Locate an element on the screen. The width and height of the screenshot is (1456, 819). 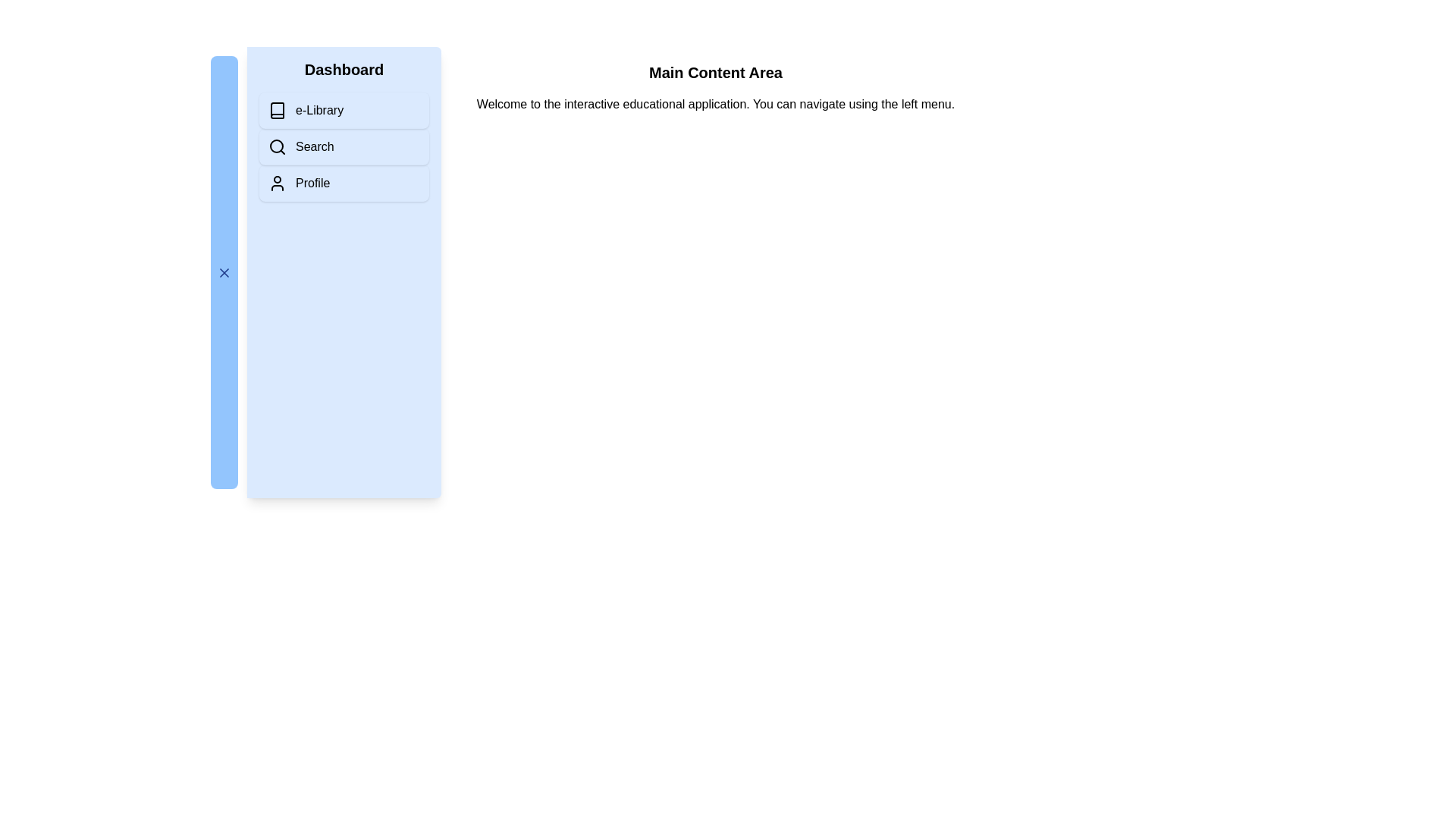
text label that serves as the identifier for the Search button, positioned between the e-Library and Profile buttons in the left sidebar is located at coordinates (314, 146).